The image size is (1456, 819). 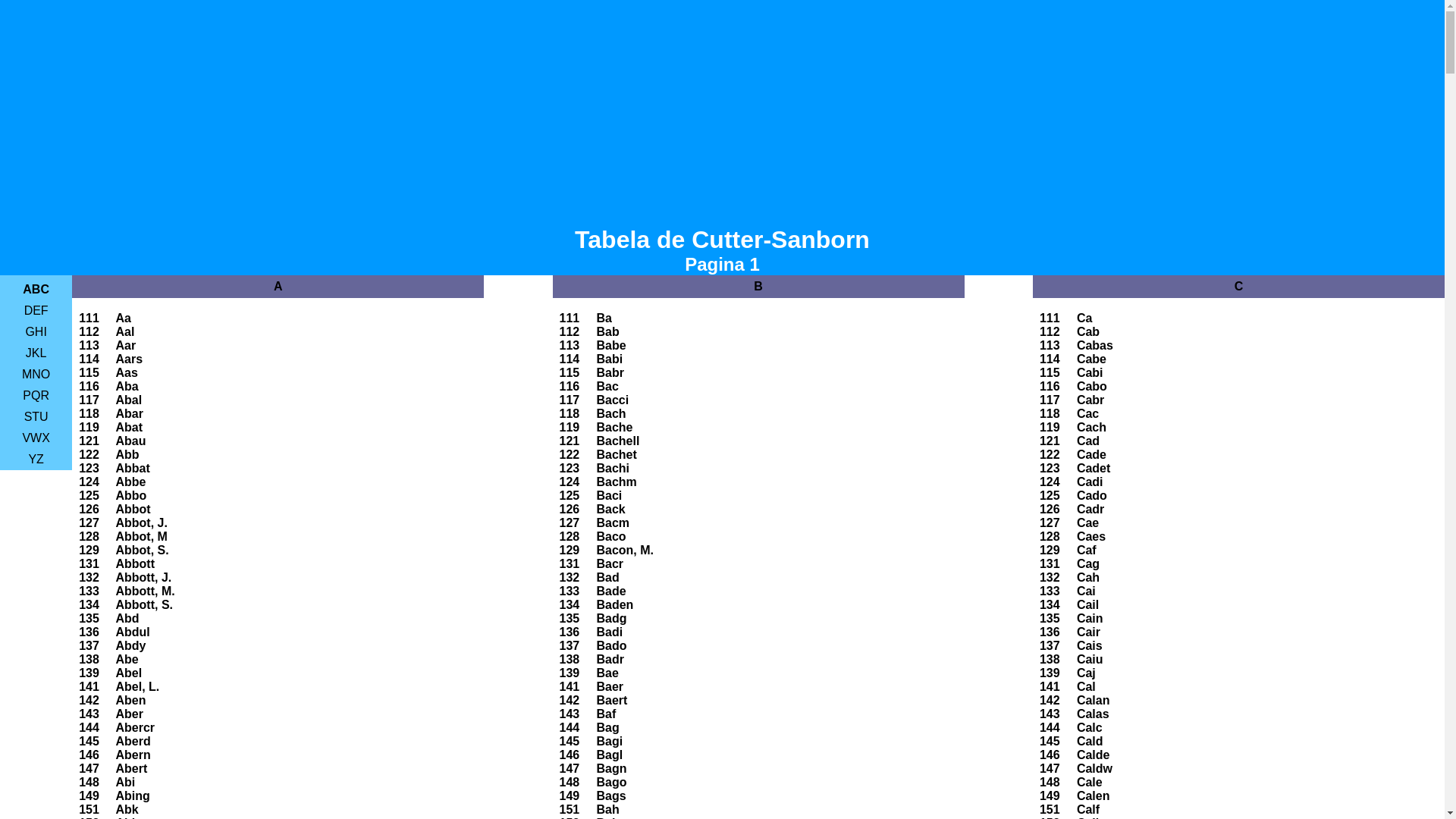 What do you see at coordinates (21, 374) in the screenshot?
I see `'MNO'` at bounding box center [21, 374].